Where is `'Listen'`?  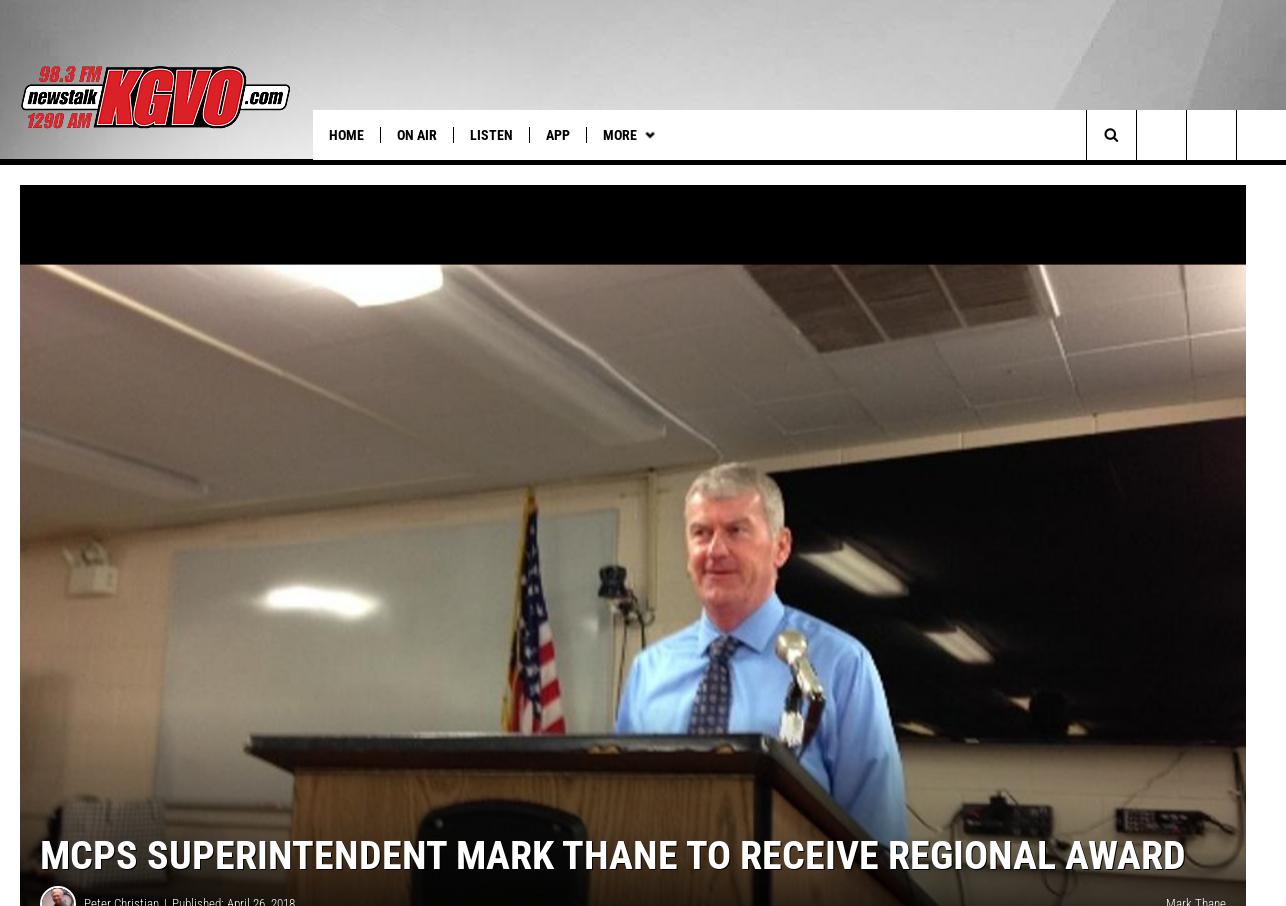
'Listen' is located at coordinates (469, 133).